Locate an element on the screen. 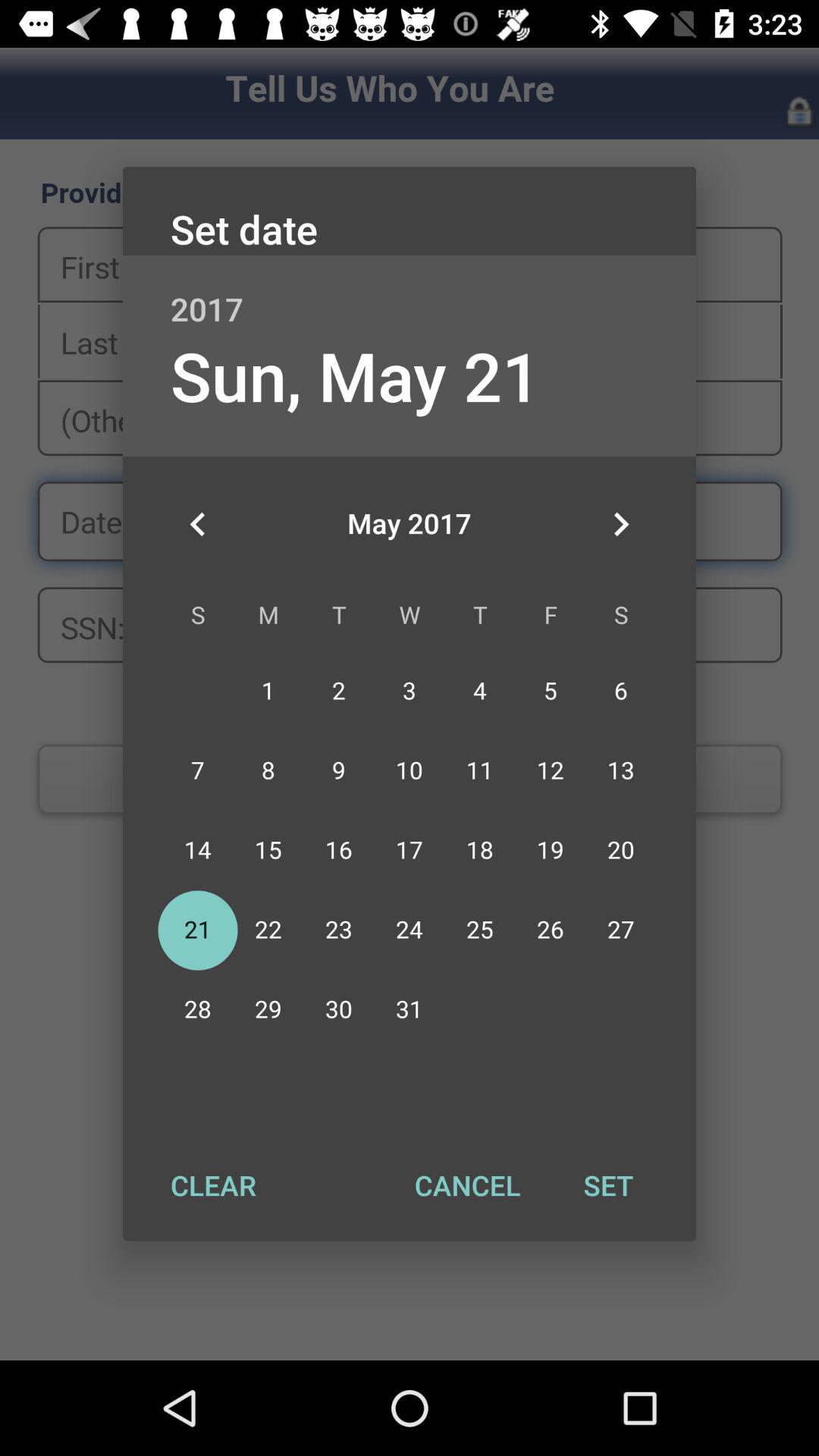  the cancel button is located at coordinates (466, 1185).